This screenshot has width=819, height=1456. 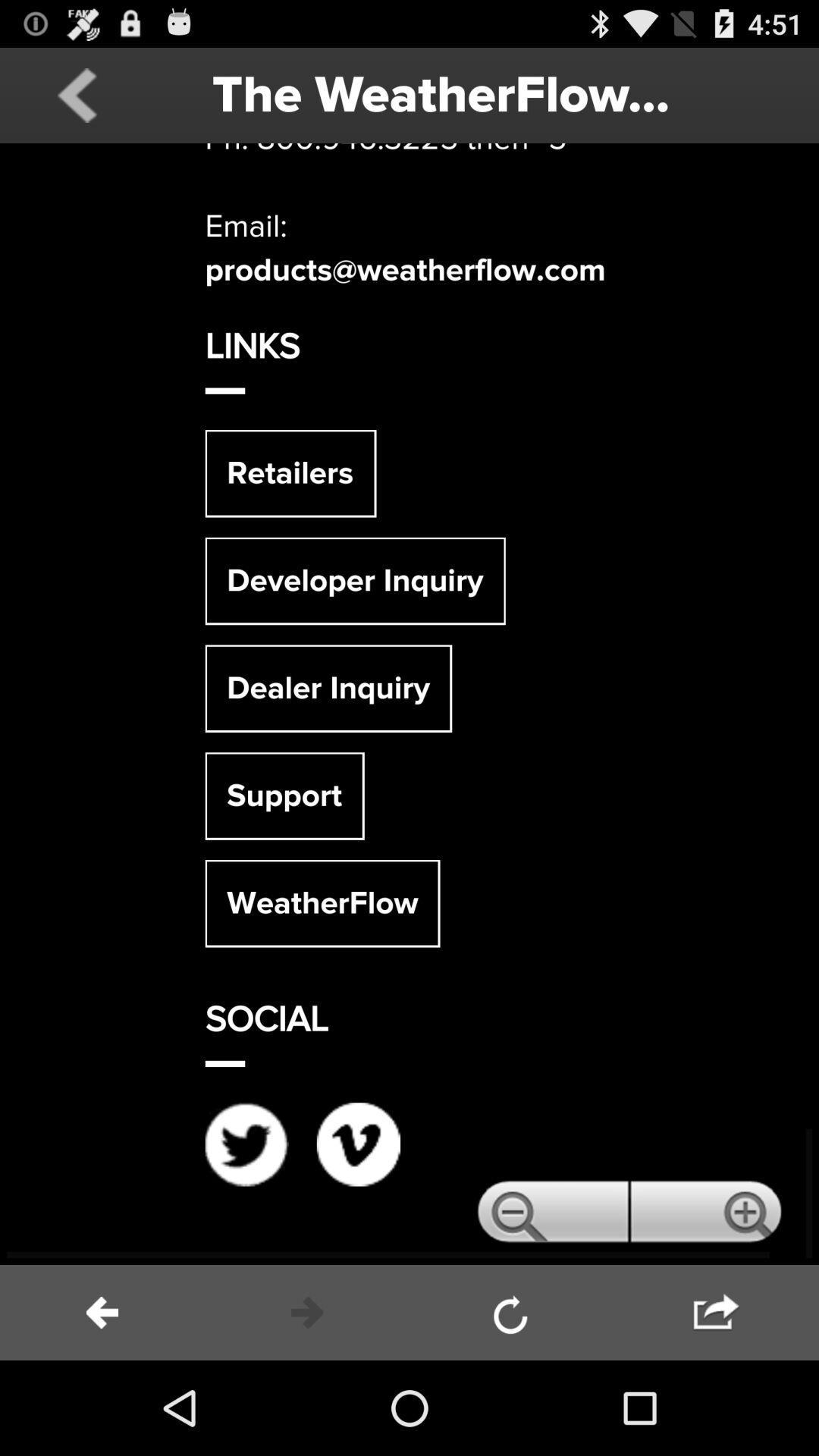 I want to click on go forward, so click(x=717, y=1312).